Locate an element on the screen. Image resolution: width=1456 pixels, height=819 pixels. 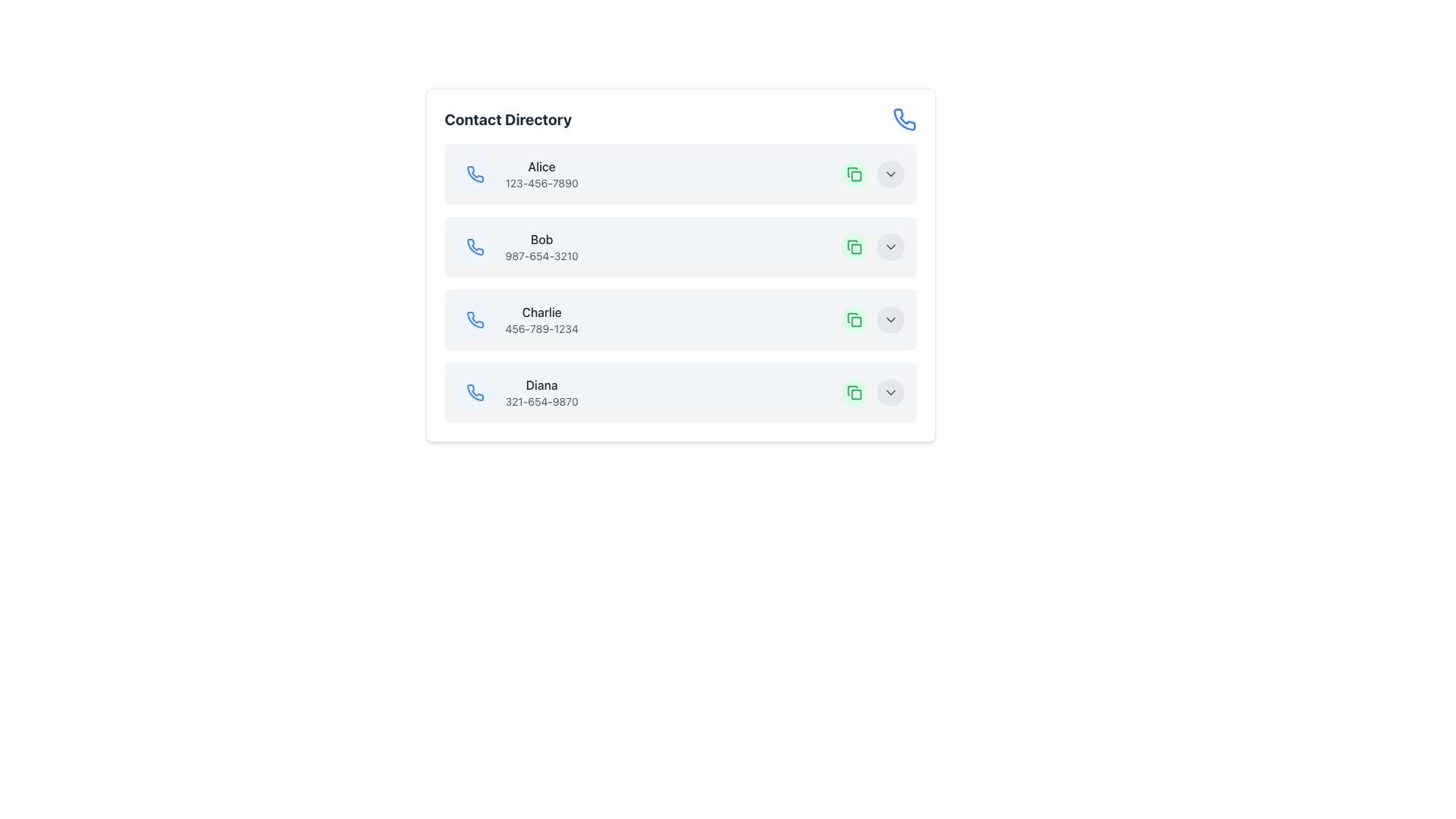
the text label displaying 'Contact Directory' in bold and enlarged font located at the top-left section of the contacts panel is located at coordinates (508, 119).